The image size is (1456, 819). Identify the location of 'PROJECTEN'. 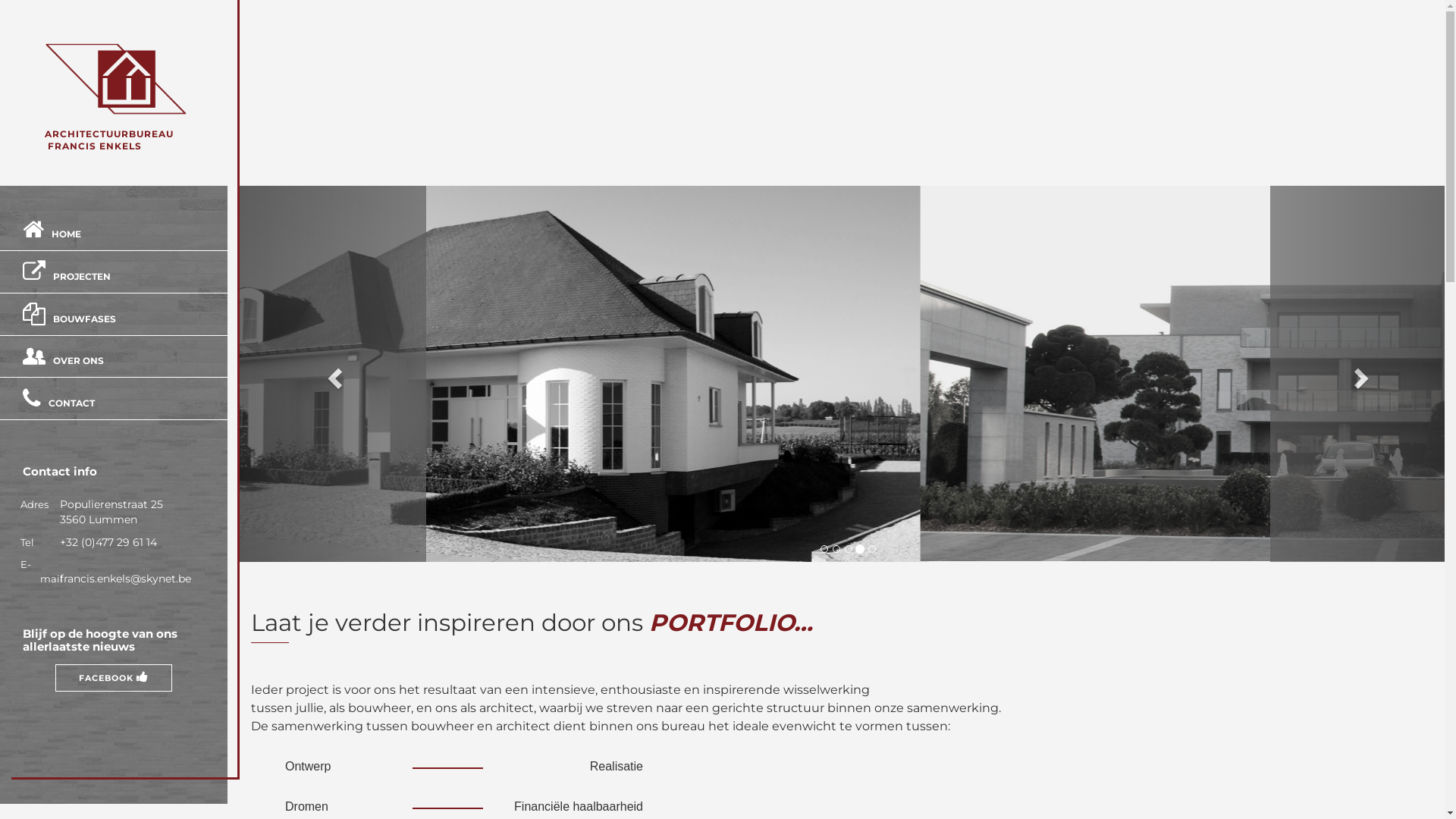
(53, 276).